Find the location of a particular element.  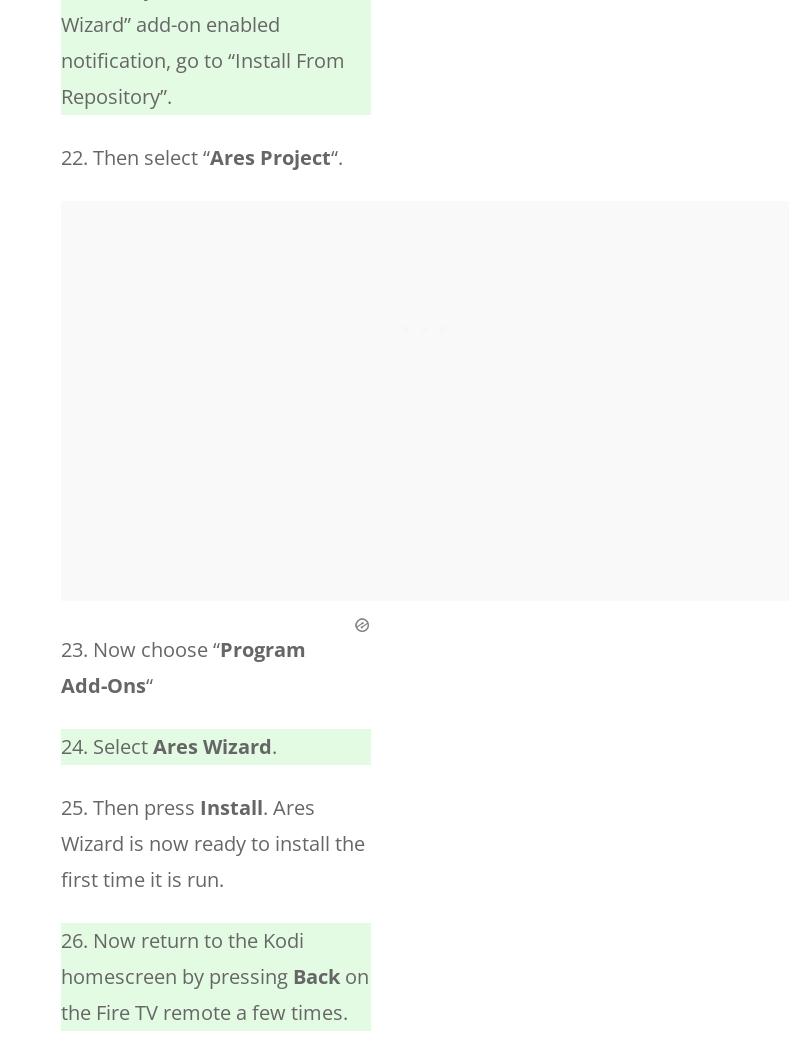

'on the Fire TV remote a few times.' is located at coordinates (214, 994).